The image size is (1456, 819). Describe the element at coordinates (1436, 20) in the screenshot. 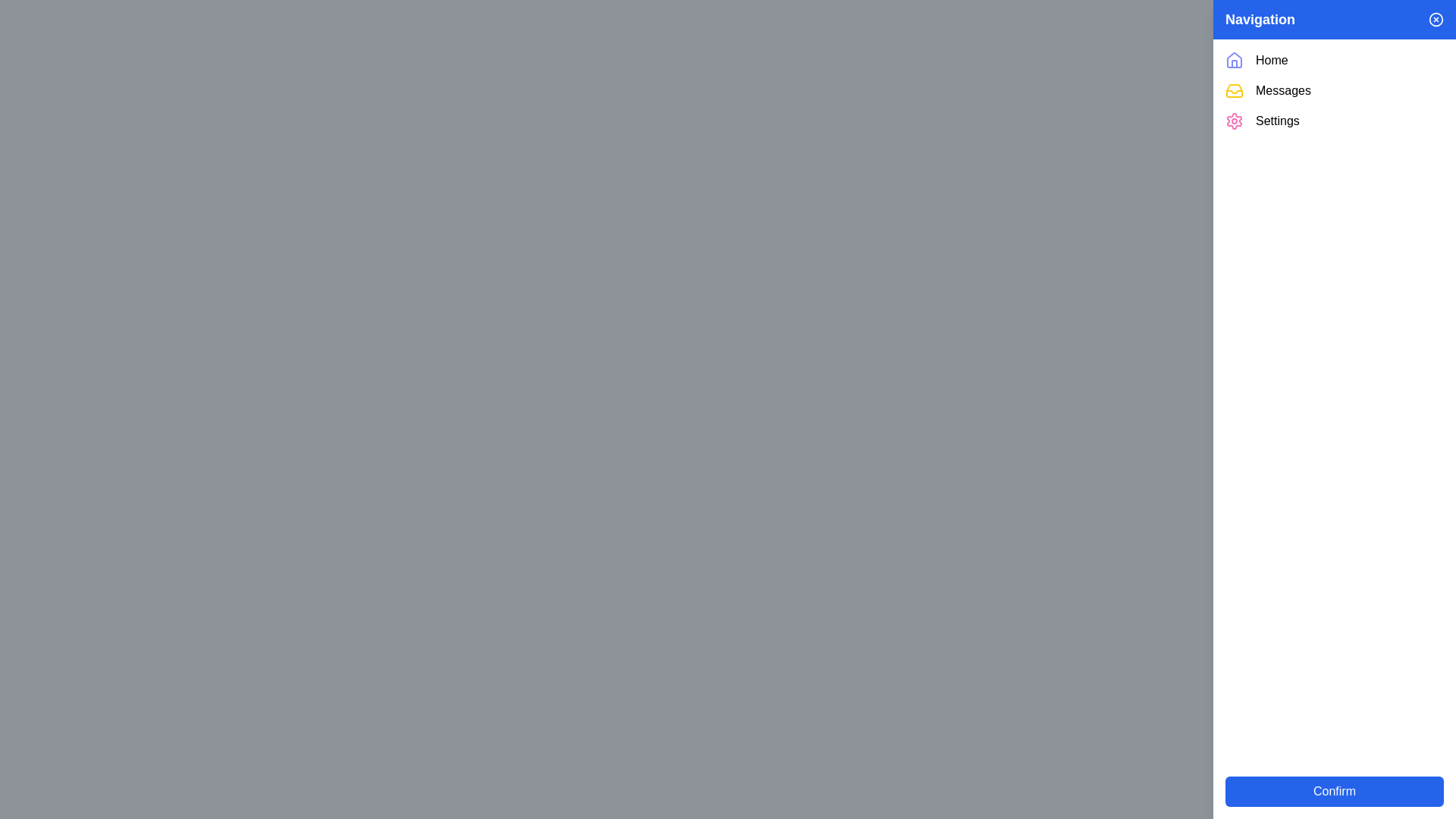

I see `the circular close icon located in the top-right corner of the navigation sidebar` at that location.